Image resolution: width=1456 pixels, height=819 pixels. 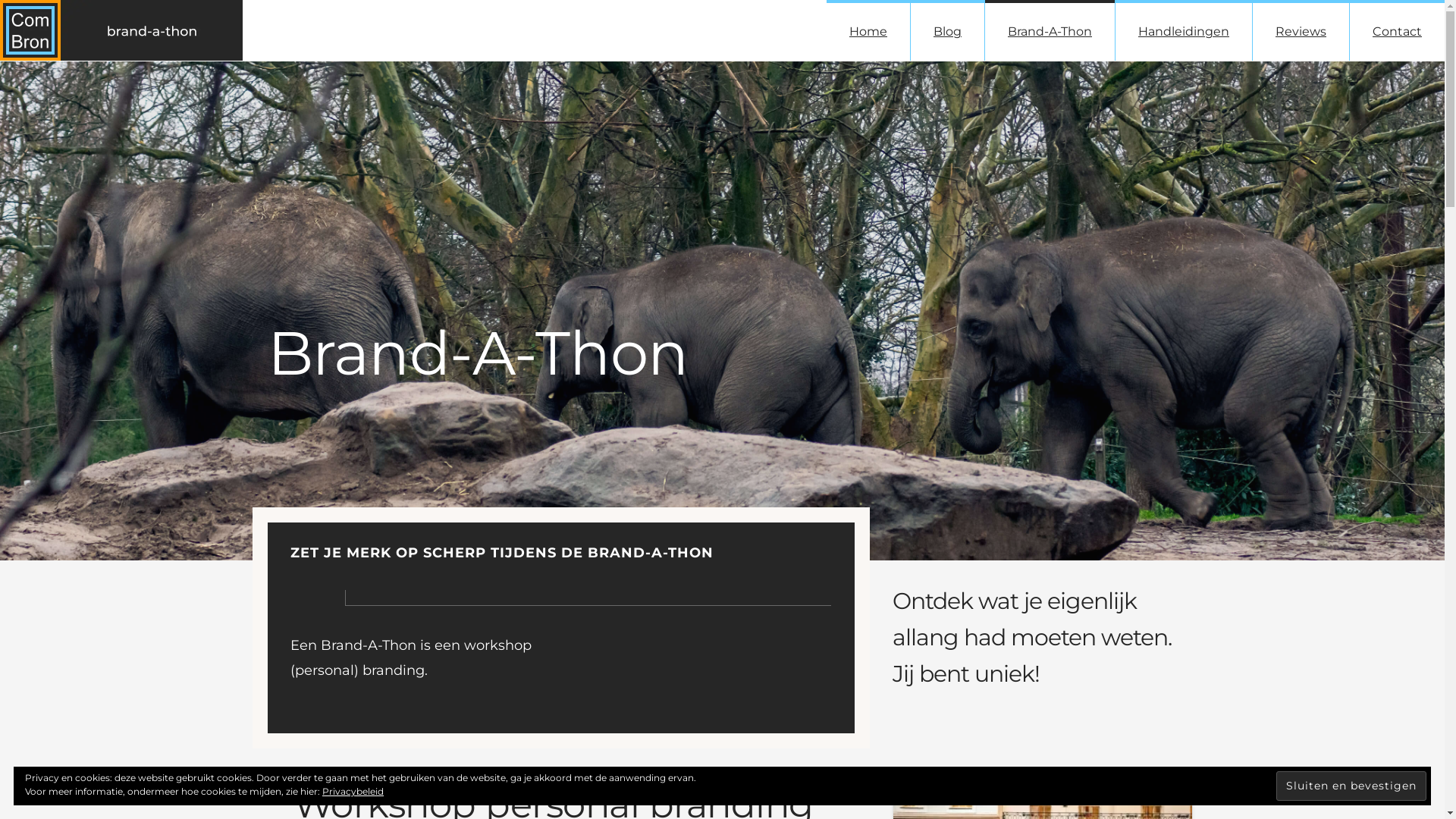 What do you see at coordinates (0, 0) in the screenshot?
I see `'Spring naar de hoofdnavigatie'` at bounding box center [0, 0].